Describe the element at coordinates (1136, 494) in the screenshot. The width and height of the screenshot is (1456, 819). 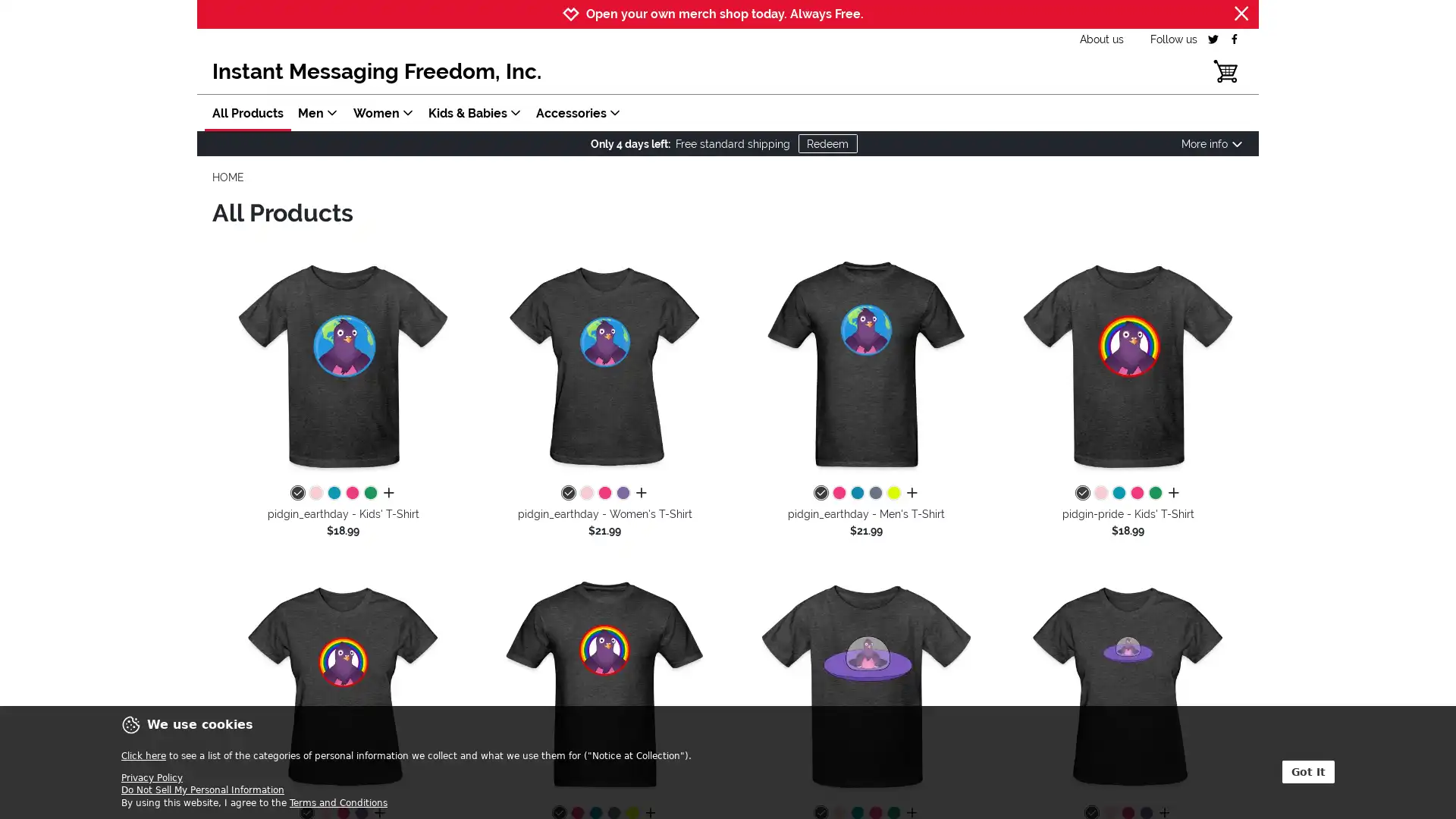
I see `fuchsia` at that location.